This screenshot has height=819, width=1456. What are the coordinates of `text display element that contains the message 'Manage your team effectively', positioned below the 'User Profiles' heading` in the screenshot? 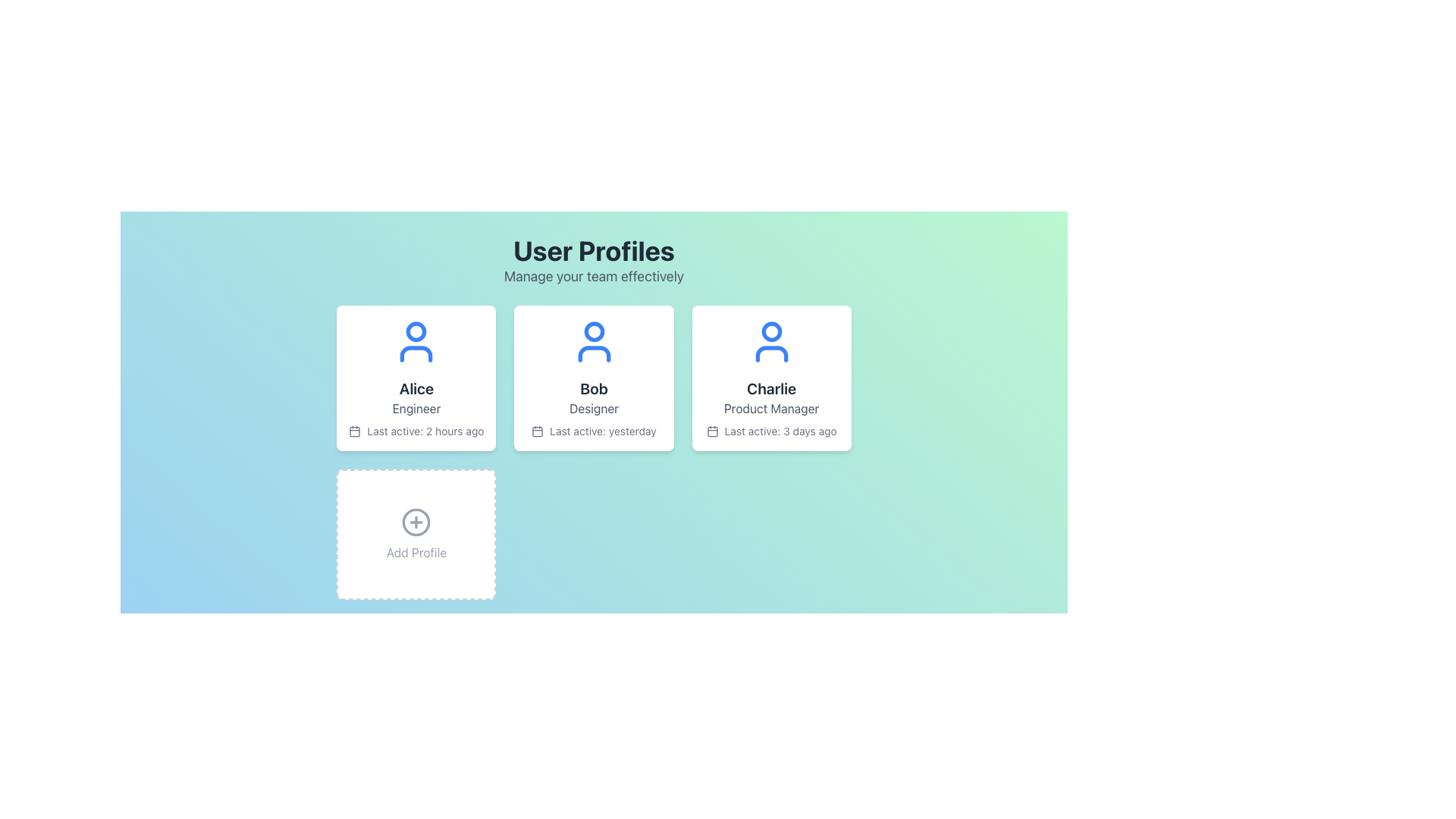 It's located at (593, 277).